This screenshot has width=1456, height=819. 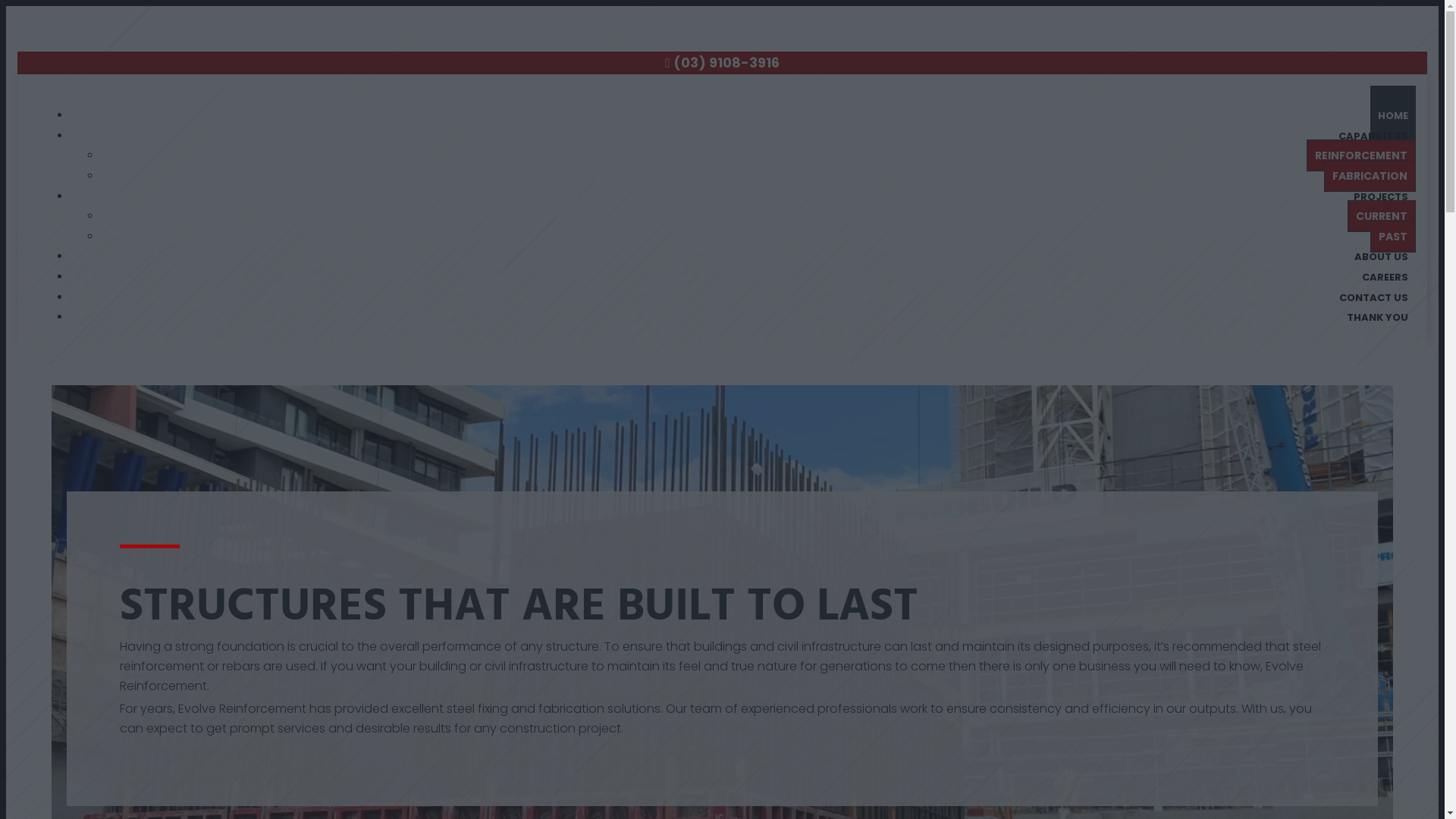 I want to click on 'CURRENT', so click(x=1382, y=216).